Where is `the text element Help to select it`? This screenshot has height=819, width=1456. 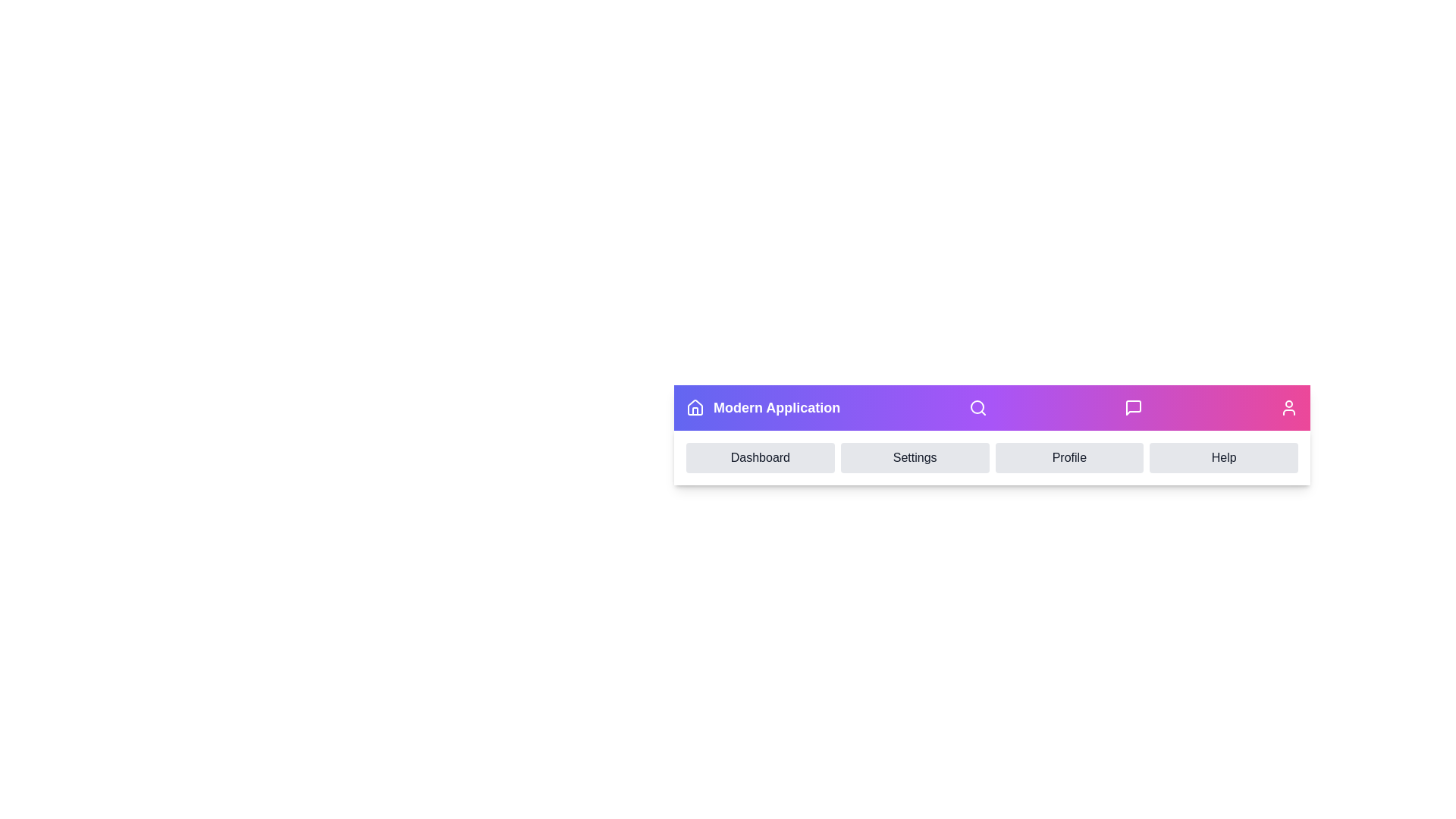
the text element Help to select it is located at coordinates (1224, 457).